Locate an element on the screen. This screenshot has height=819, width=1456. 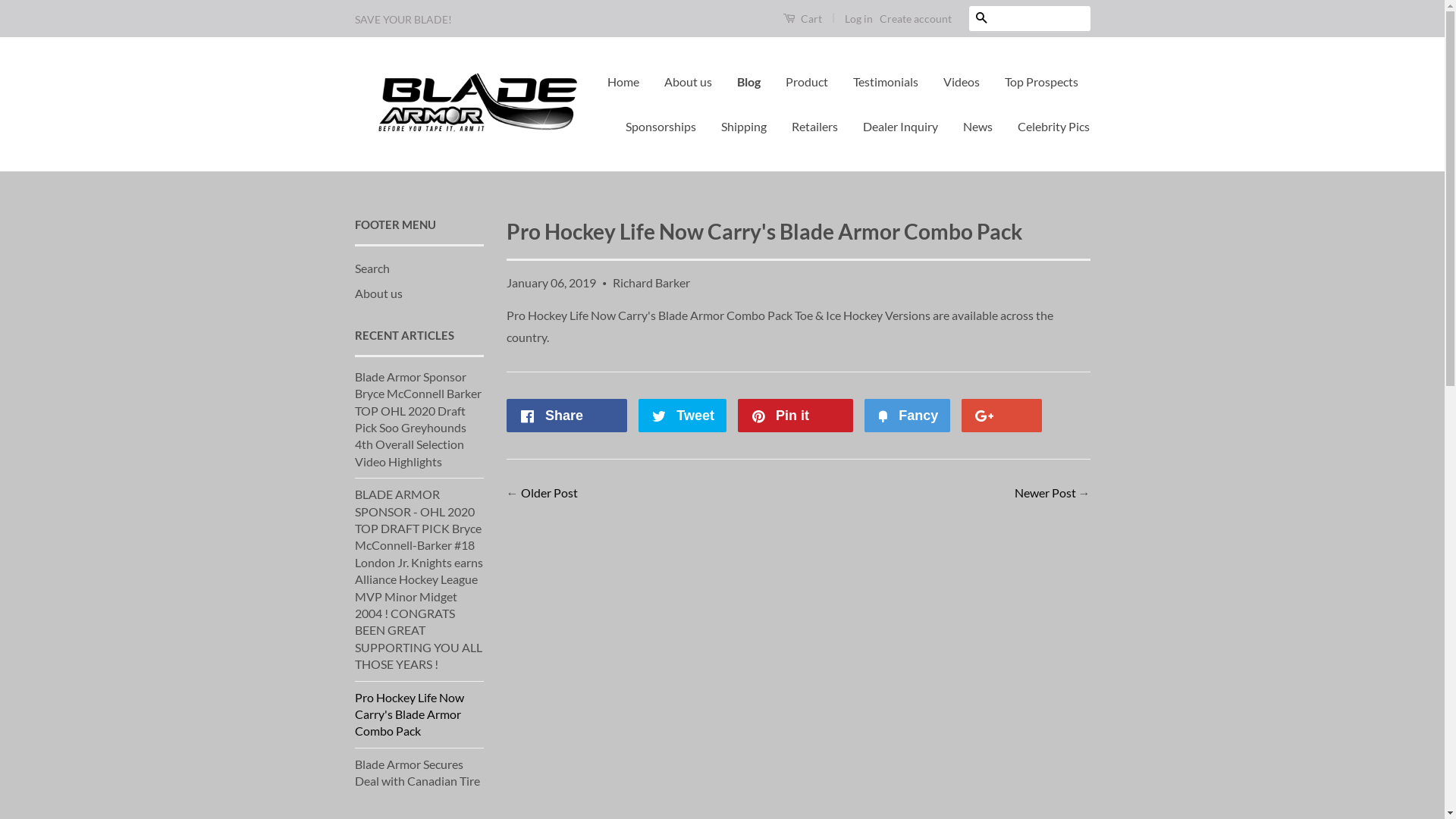
'Top Prospects' is located at coordinates (1040, 82).